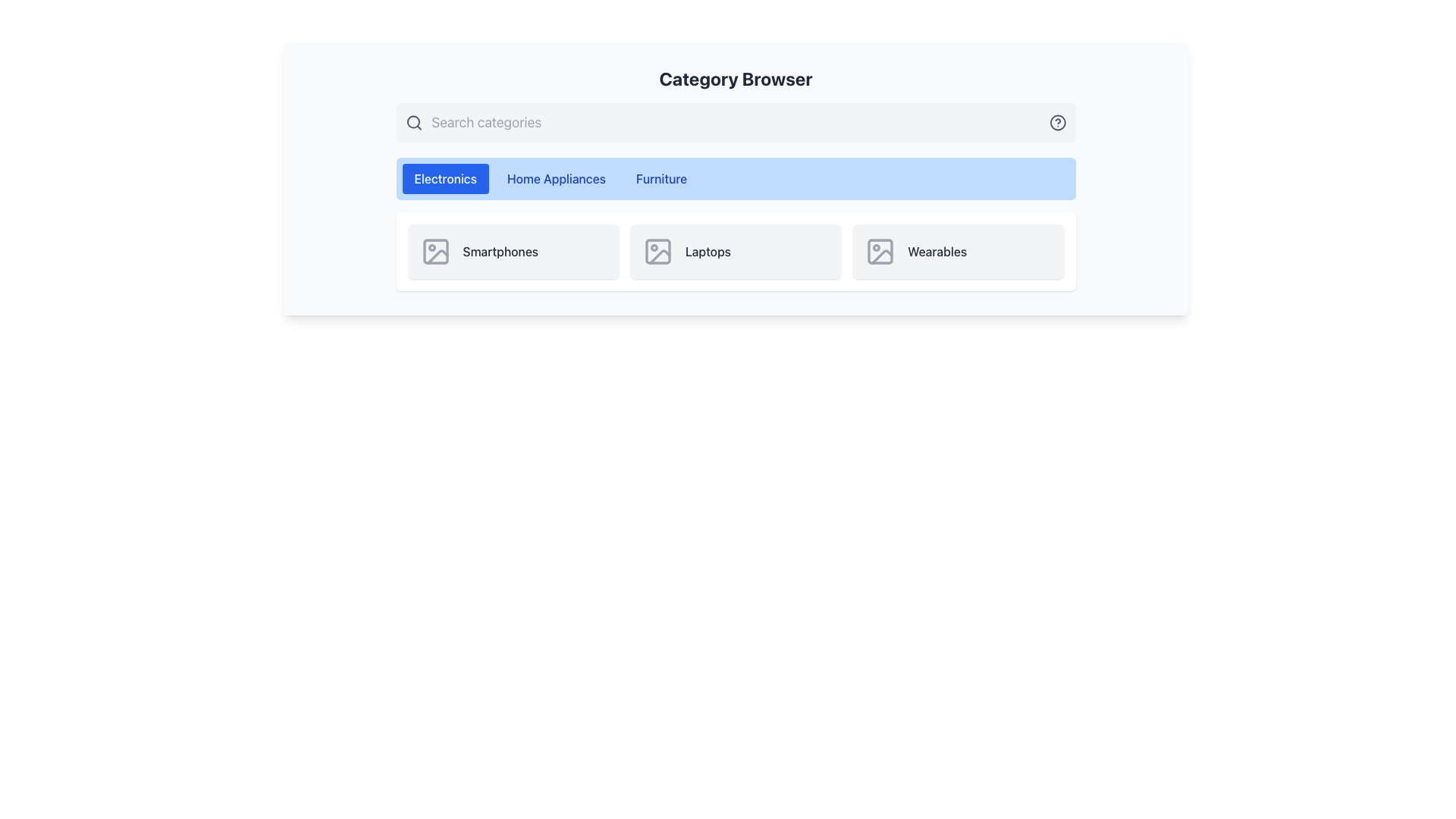 The image size is (1456, 819). I want to click on the 'Home Appliances' tab in the tab list, so click(736, 177).